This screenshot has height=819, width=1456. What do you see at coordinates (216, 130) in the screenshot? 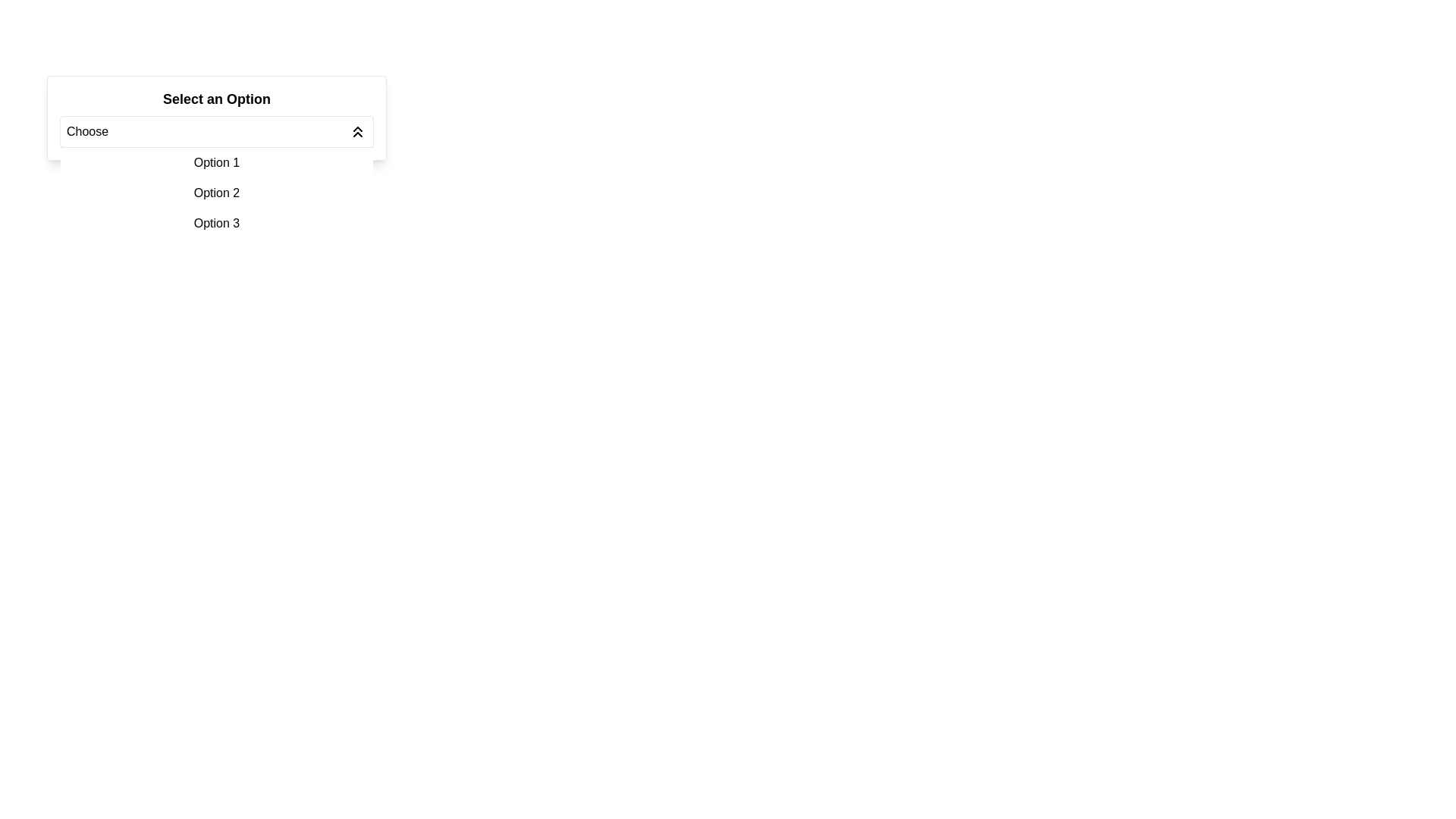
I see `the dropdown menu labeled 'Choose'` at bounding box center [216, 130].